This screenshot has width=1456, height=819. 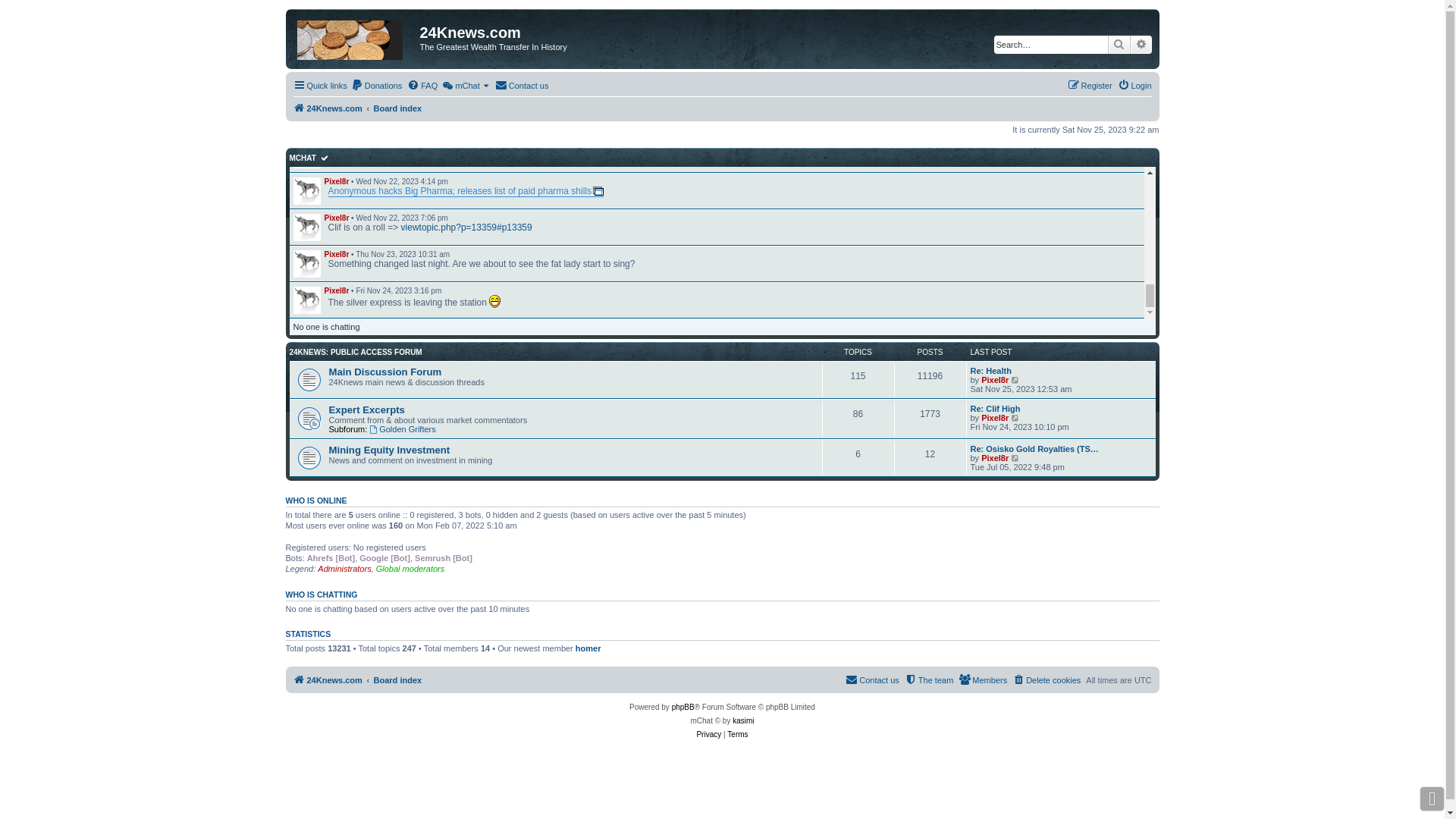 What do you see at coordinates (292, 85) in the screenshot?
I see `'Quick links'` at bounding box center [292, 85].